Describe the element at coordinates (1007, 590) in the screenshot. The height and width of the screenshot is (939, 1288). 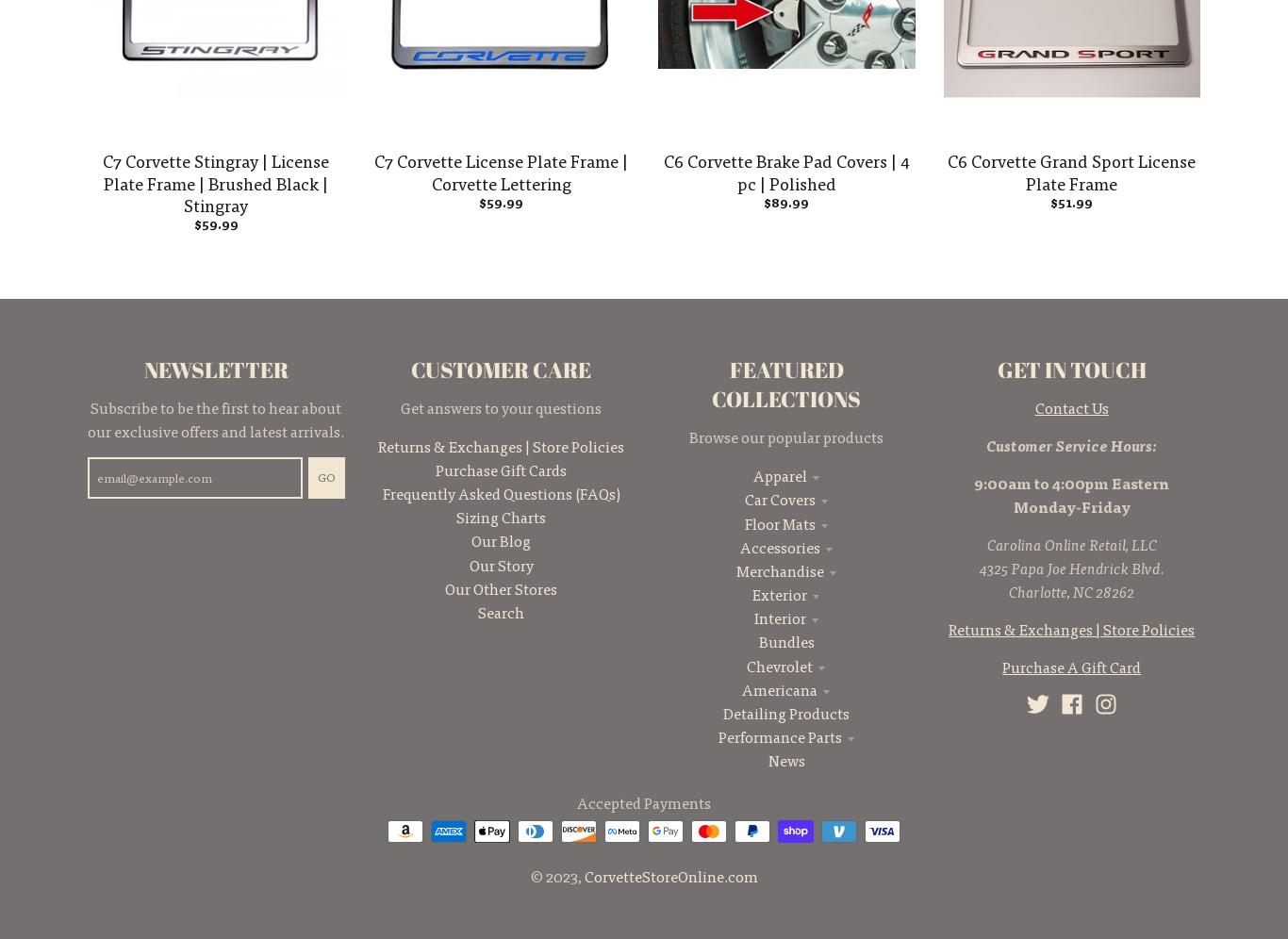
I see `'Charlotte, NC 28262'` at that location.